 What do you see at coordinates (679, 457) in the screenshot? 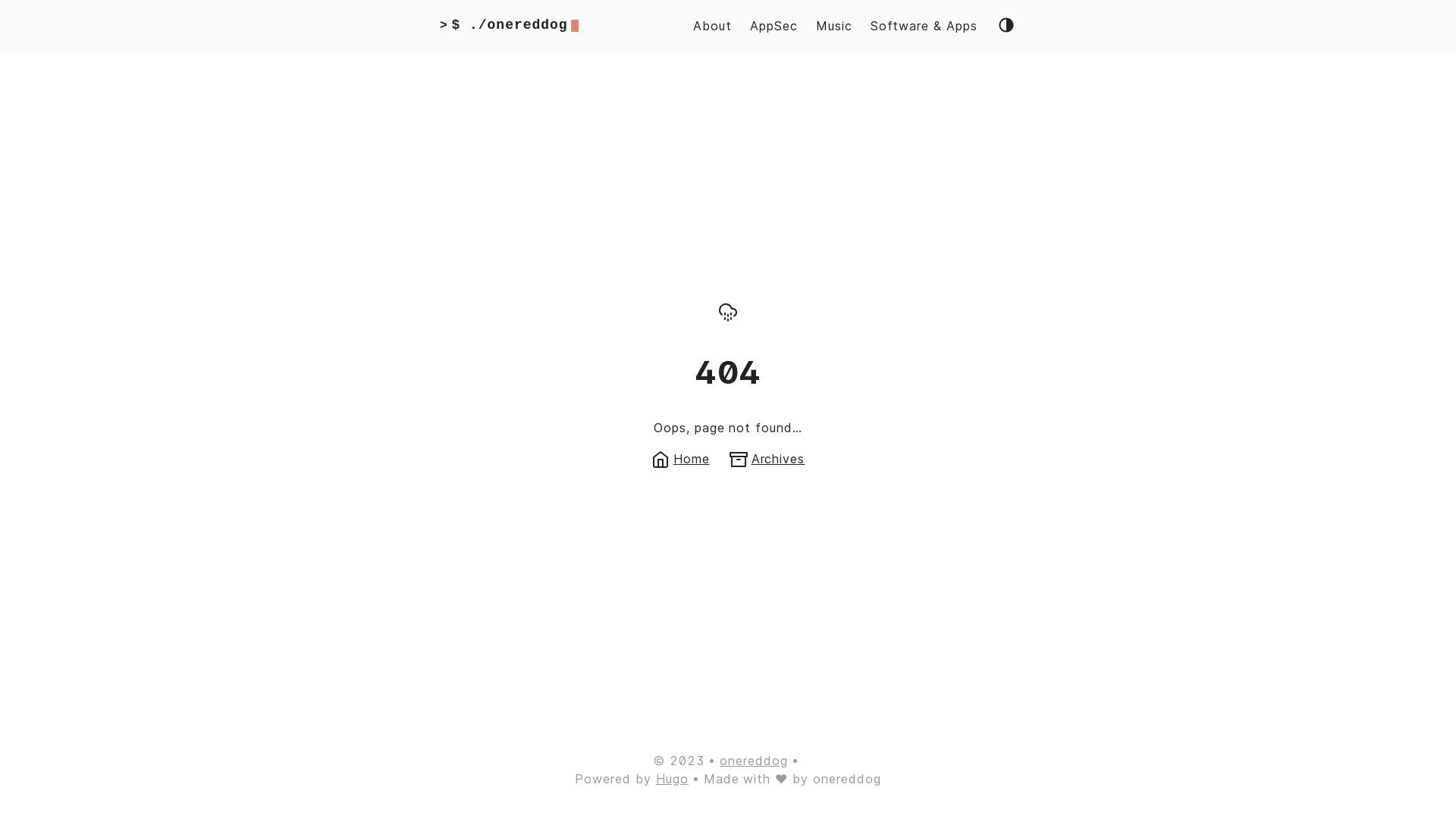
I see `'Home'` at bounding box center [679, 457].